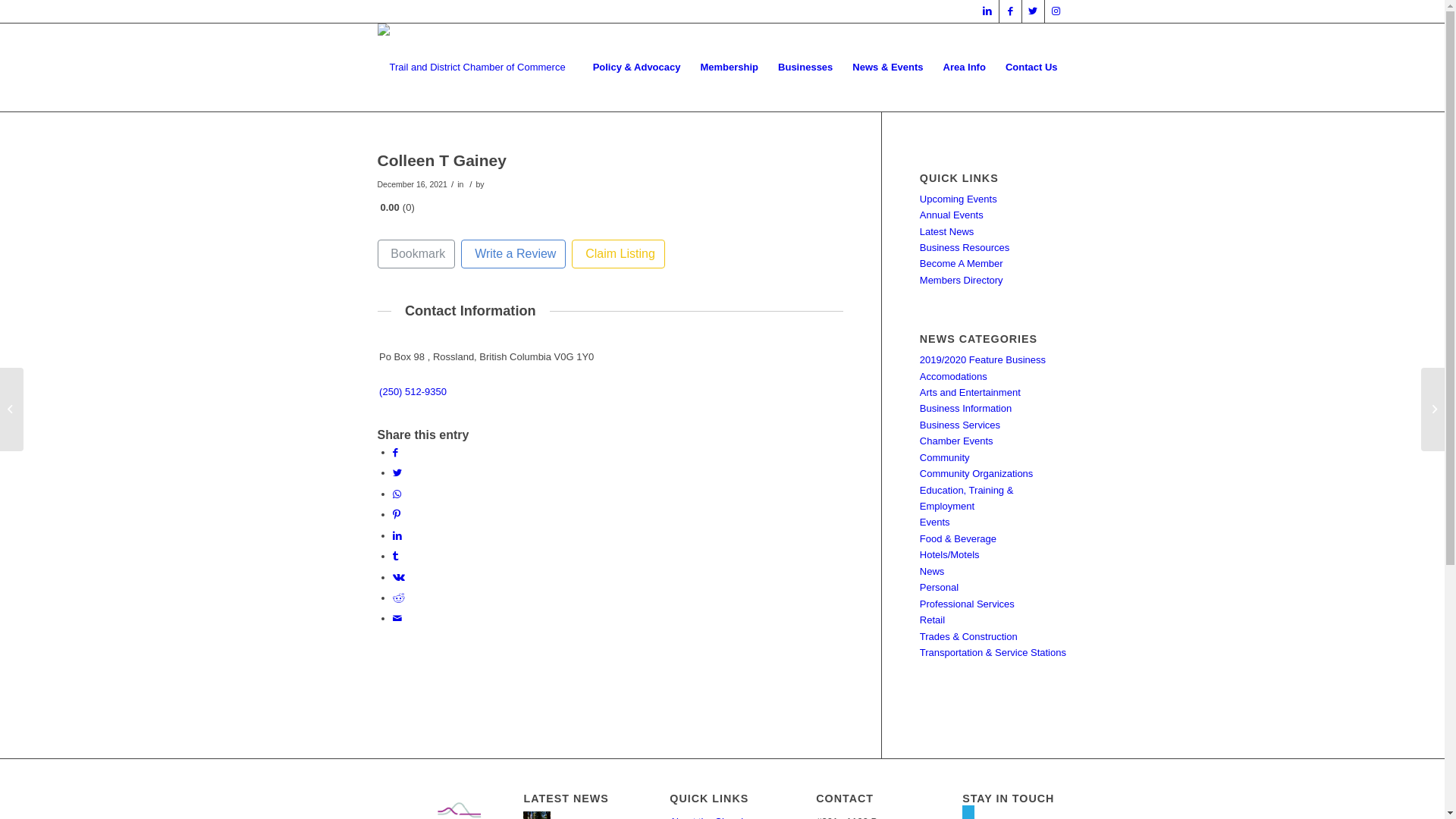  I want to click on 'Transportation & Service Stations', so click(919, 651).